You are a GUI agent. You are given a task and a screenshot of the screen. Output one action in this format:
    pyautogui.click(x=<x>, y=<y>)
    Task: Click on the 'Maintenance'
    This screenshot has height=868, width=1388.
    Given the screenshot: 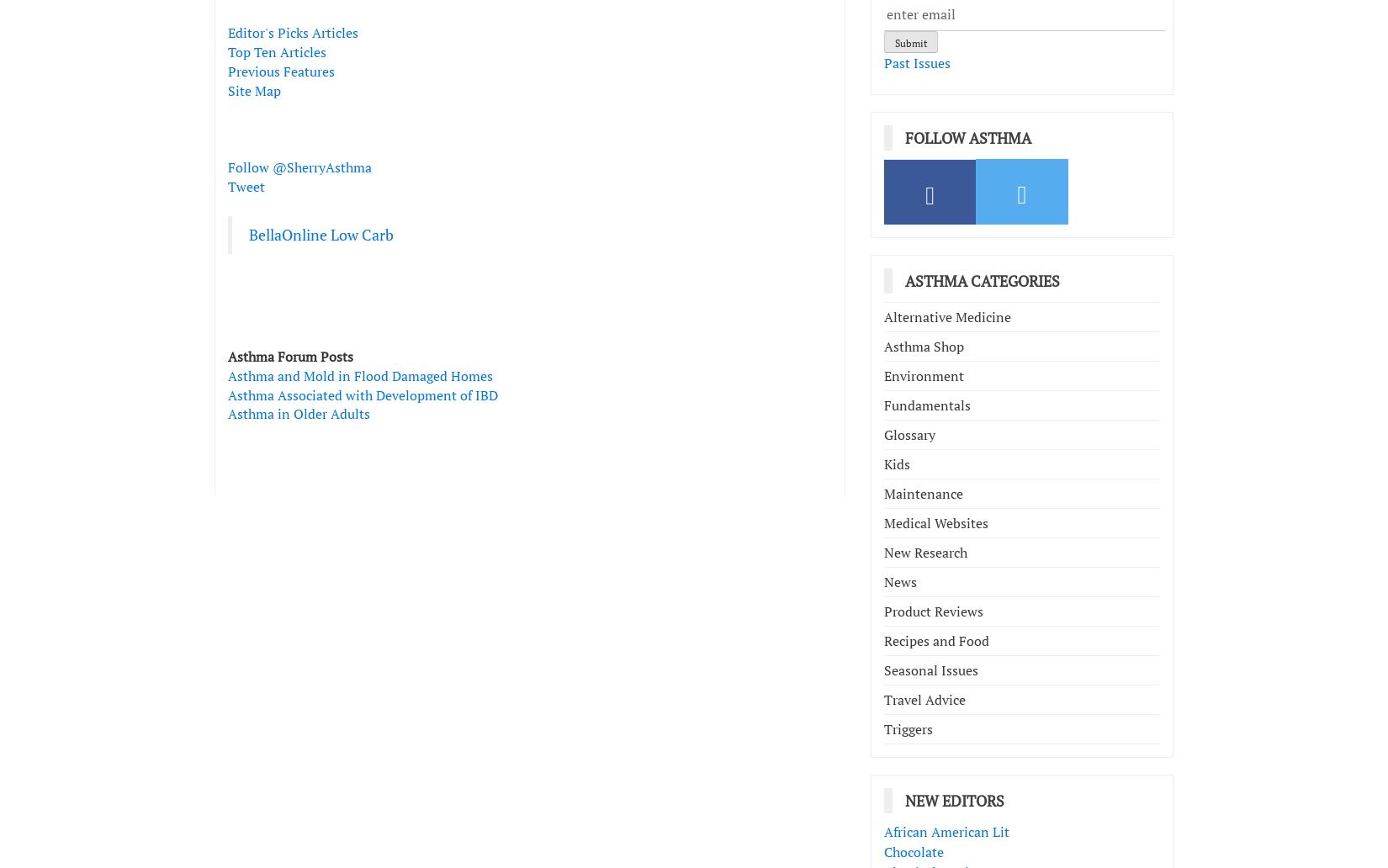 What is the action you would take?
    pyautogui.click(x=924, y=494)
    